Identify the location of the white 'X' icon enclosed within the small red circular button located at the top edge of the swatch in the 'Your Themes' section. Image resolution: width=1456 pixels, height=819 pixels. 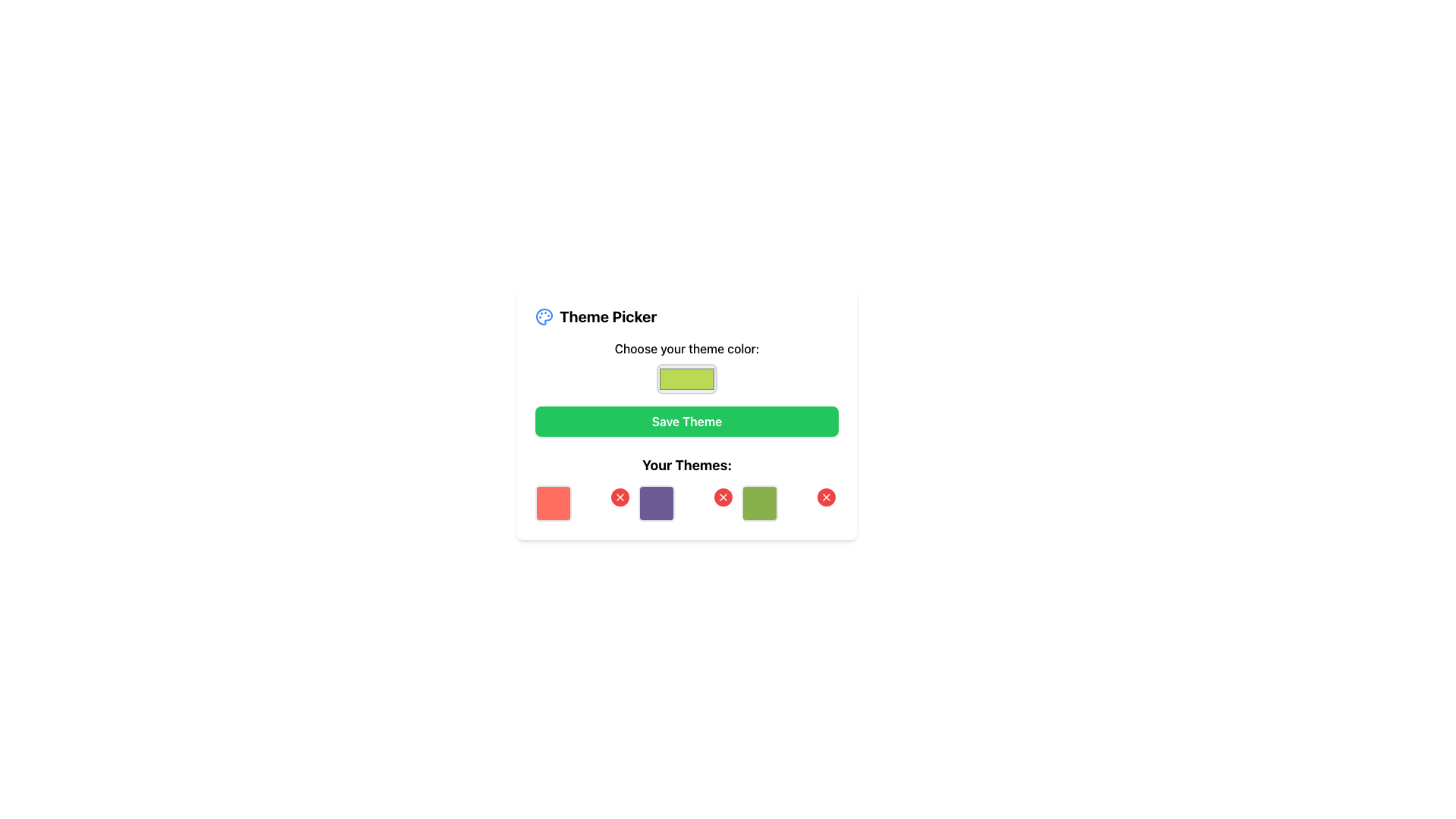
(723, 497).